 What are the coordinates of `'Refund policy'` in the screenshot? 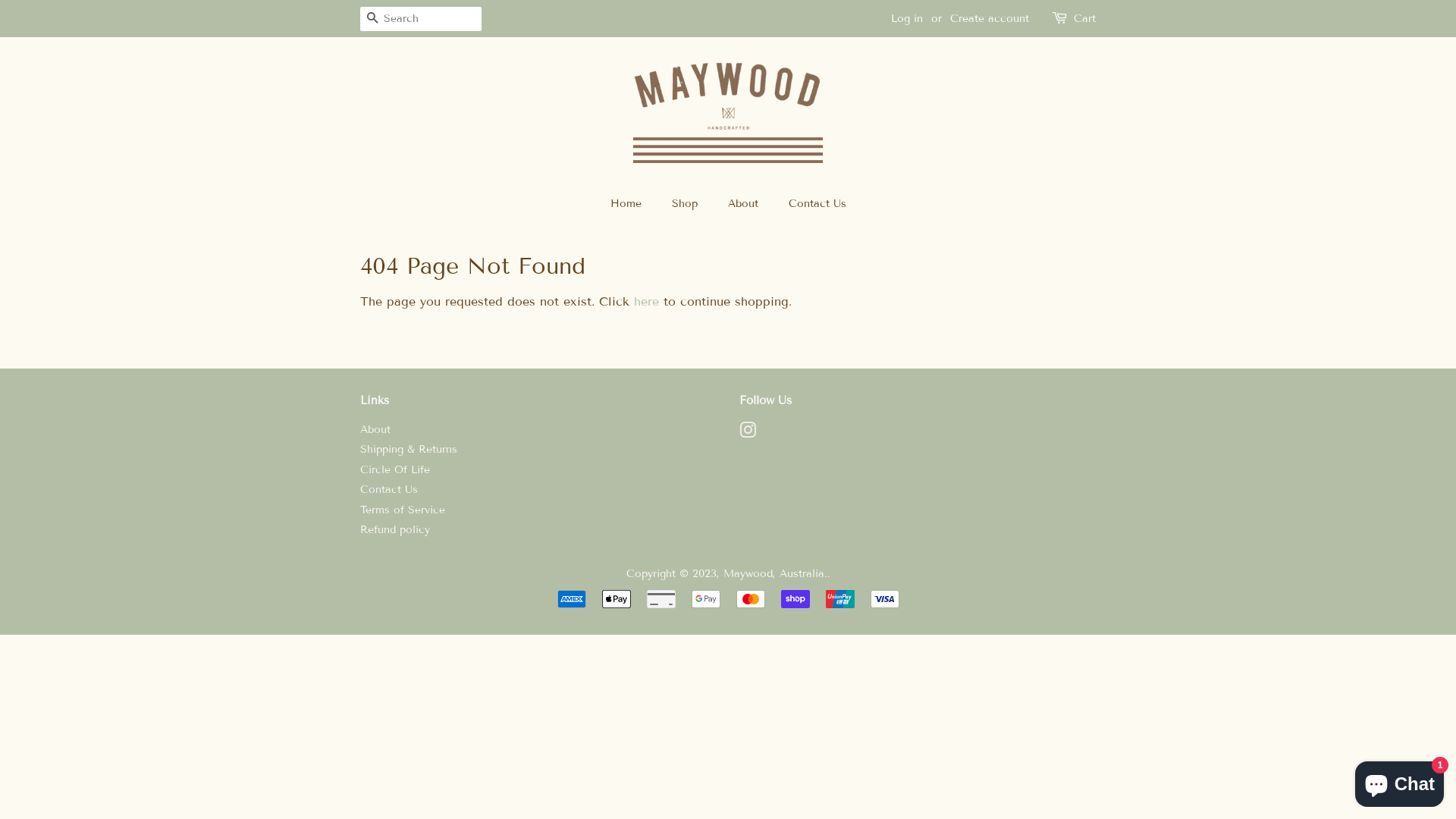 It's located at (395, 529).